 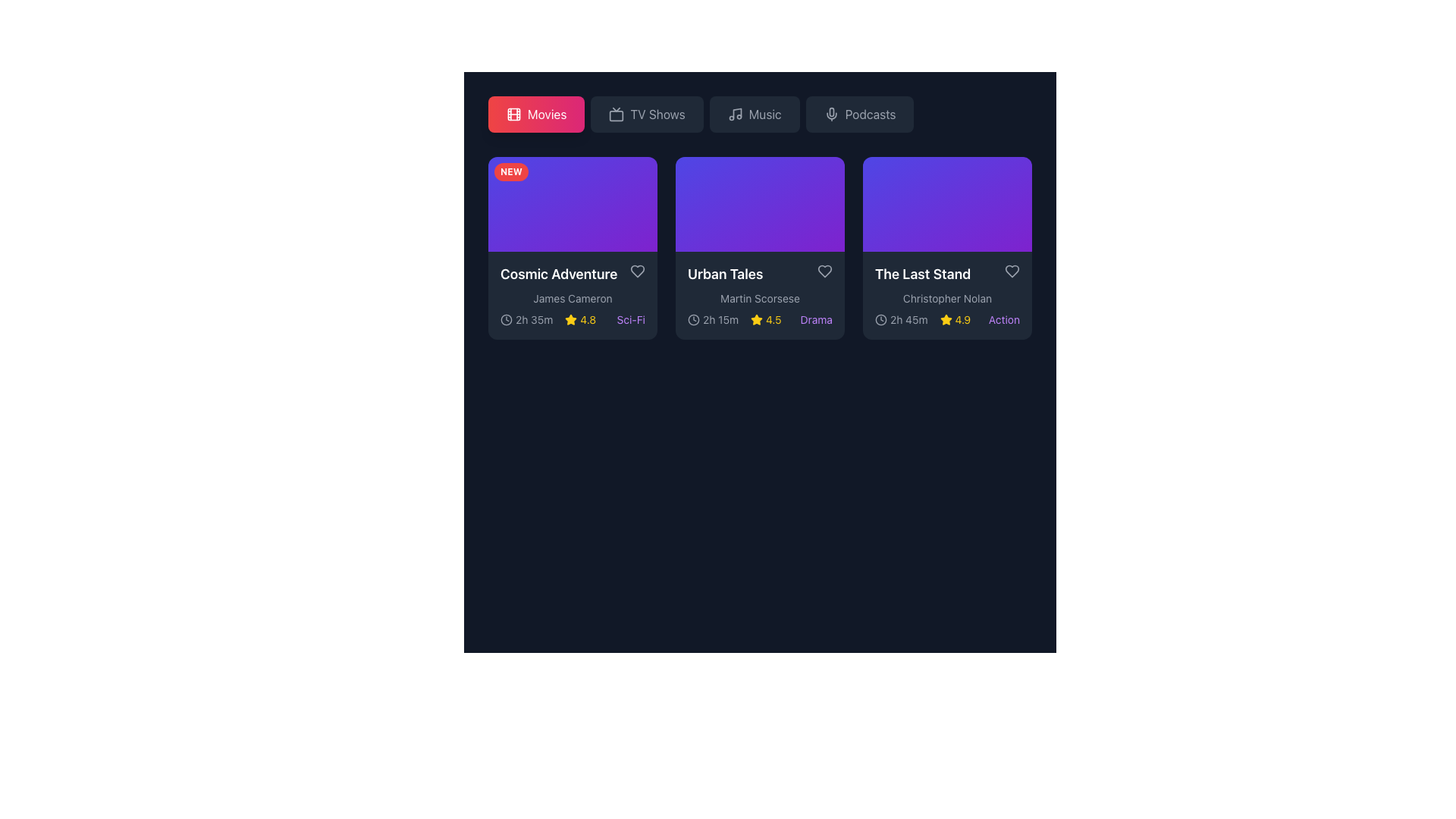 I want to click on the text element displaying the name of the movie director for 'Cosmic Adventure', which is positioned below the movie title and above runtime and genre details, so click(x=572, y=299).